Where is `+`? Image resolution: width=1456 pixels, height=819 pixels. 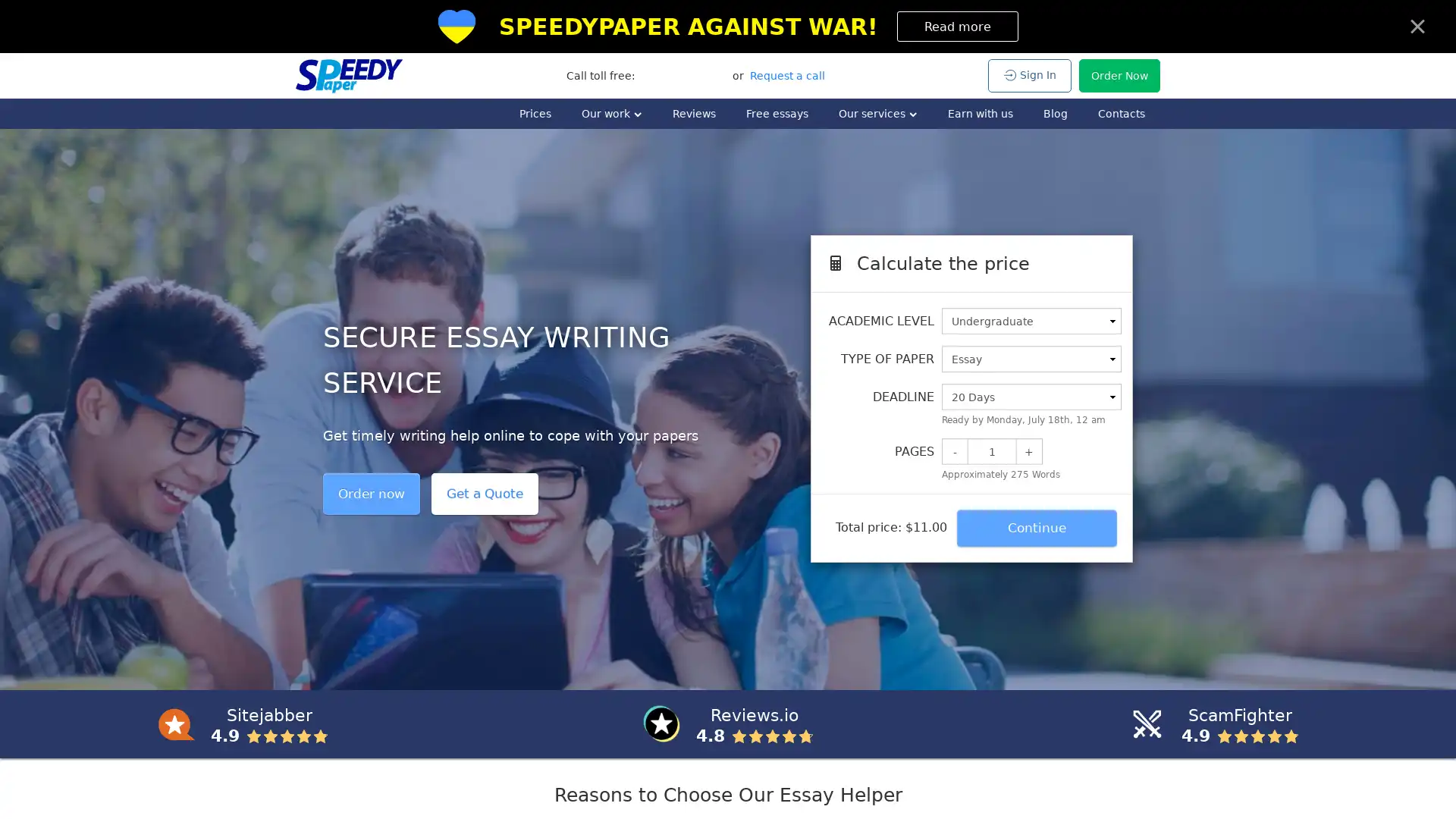 + is located at coordinates (1028, 450).